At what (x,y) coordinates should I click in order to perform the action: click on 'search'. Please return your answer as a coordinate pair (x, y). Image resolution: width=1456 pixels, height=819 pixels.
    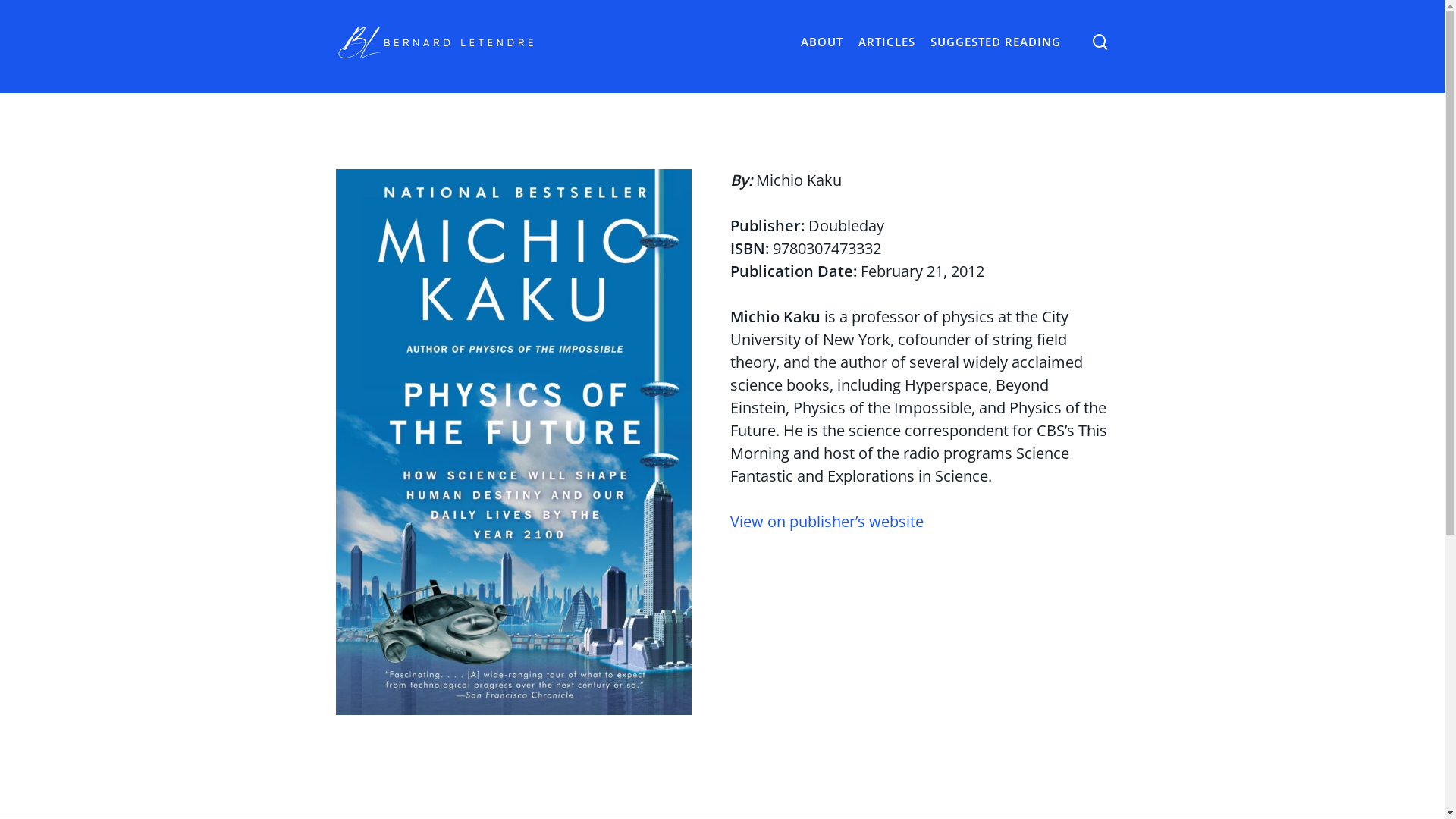
    Looking at the image, I should click on (1099, 40).